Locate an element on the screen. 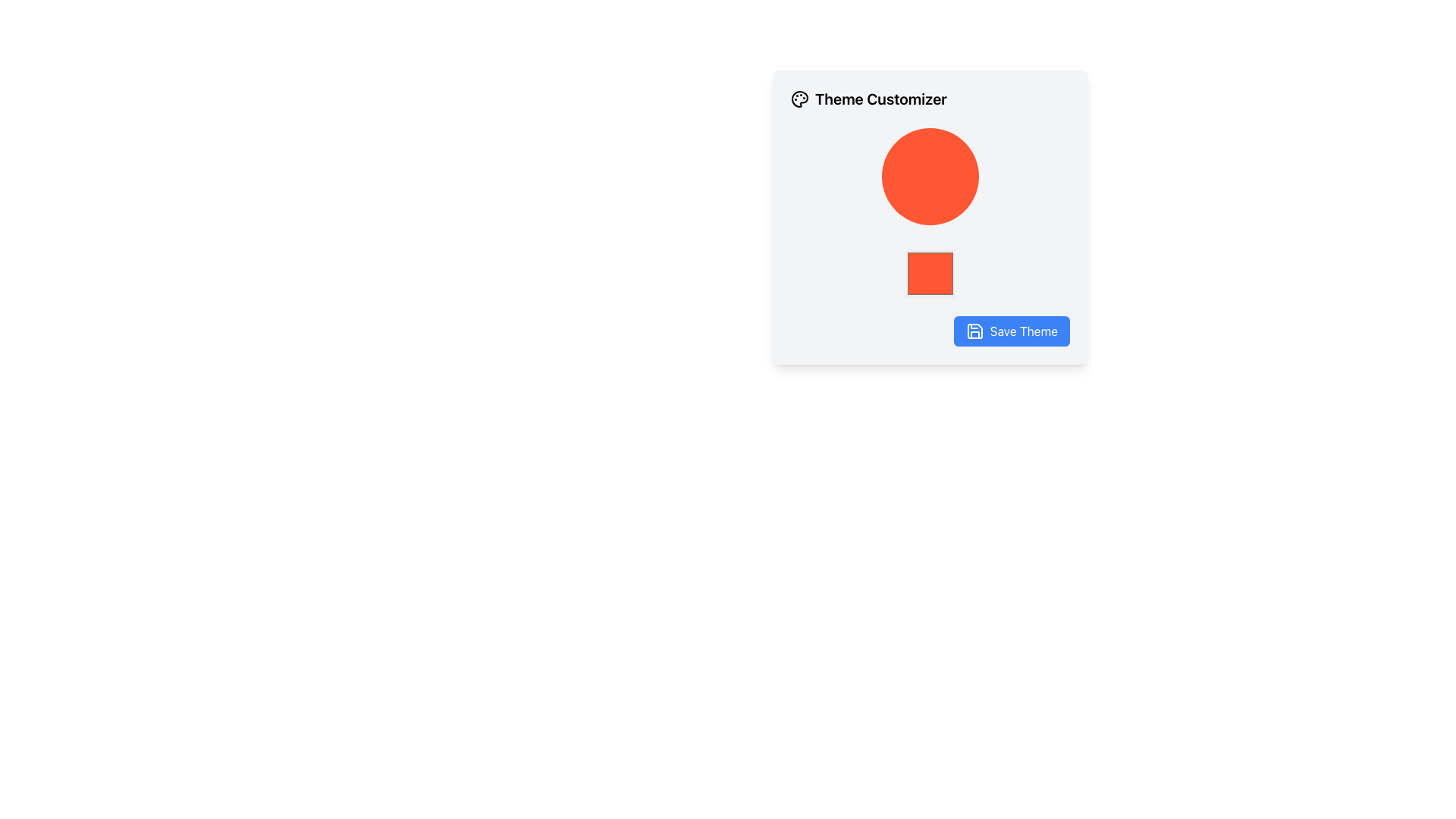 The width and height of the screenshot is (1456, 819). text from the title or header element located at the top-left corner of the card-like section, above the large orange circle is located at coordinates (930, 99).